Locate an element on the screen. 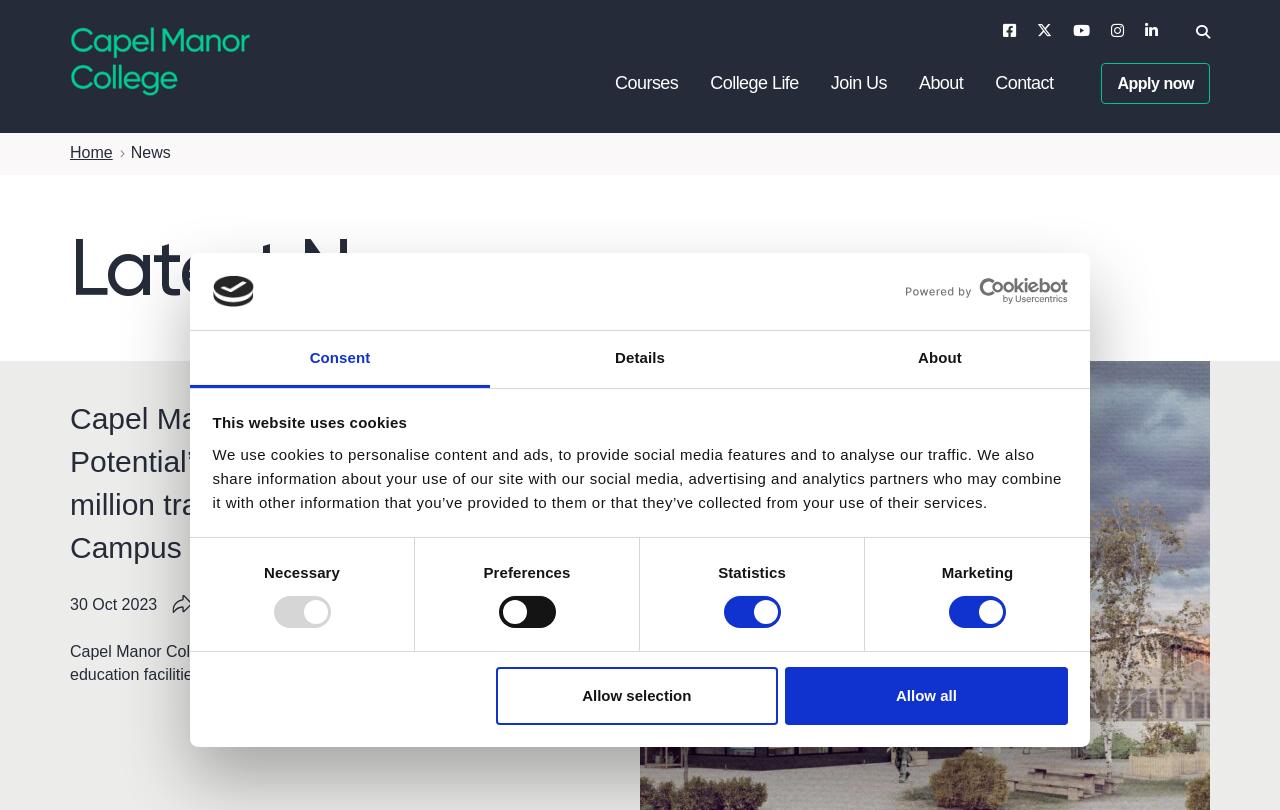  'Necessary' is located at coordinates (262, 571).